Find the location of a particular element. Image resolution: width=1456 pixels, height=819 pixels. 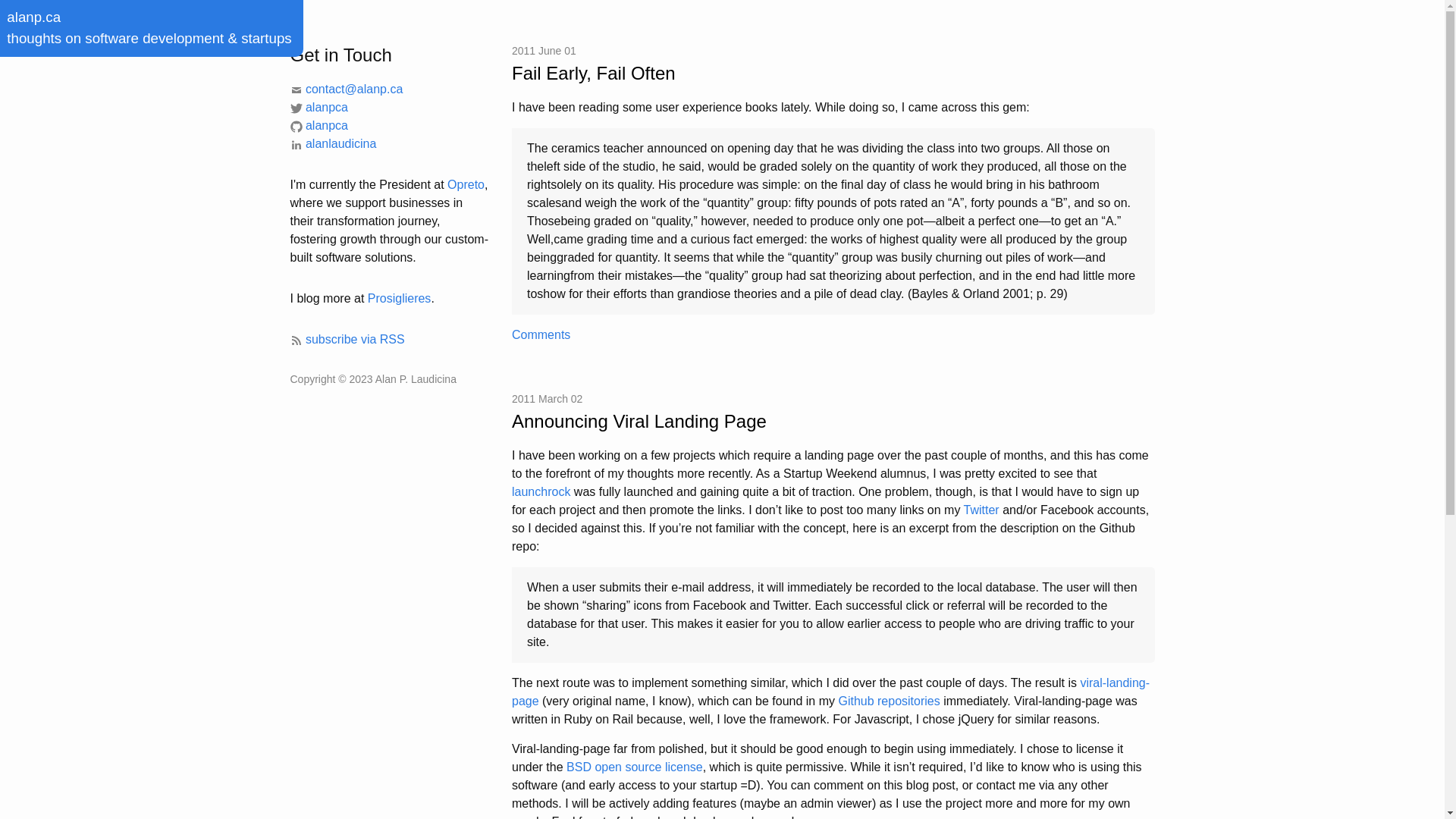

'alanpca' is located at coordinates (318, 106).